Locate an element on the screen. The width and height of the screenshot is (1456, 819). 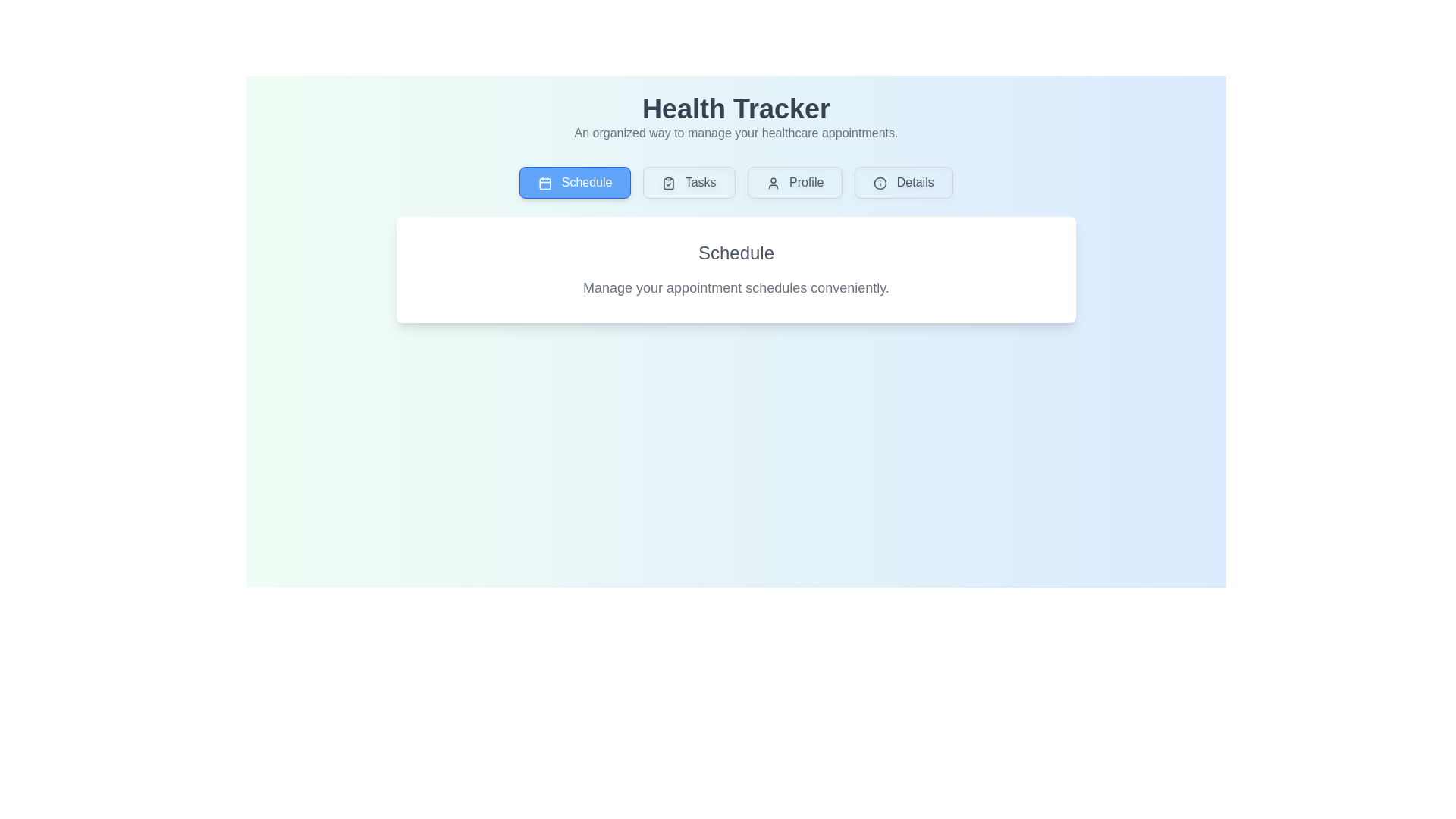
the tab button labeled Details is located at coordinates (903, 181).